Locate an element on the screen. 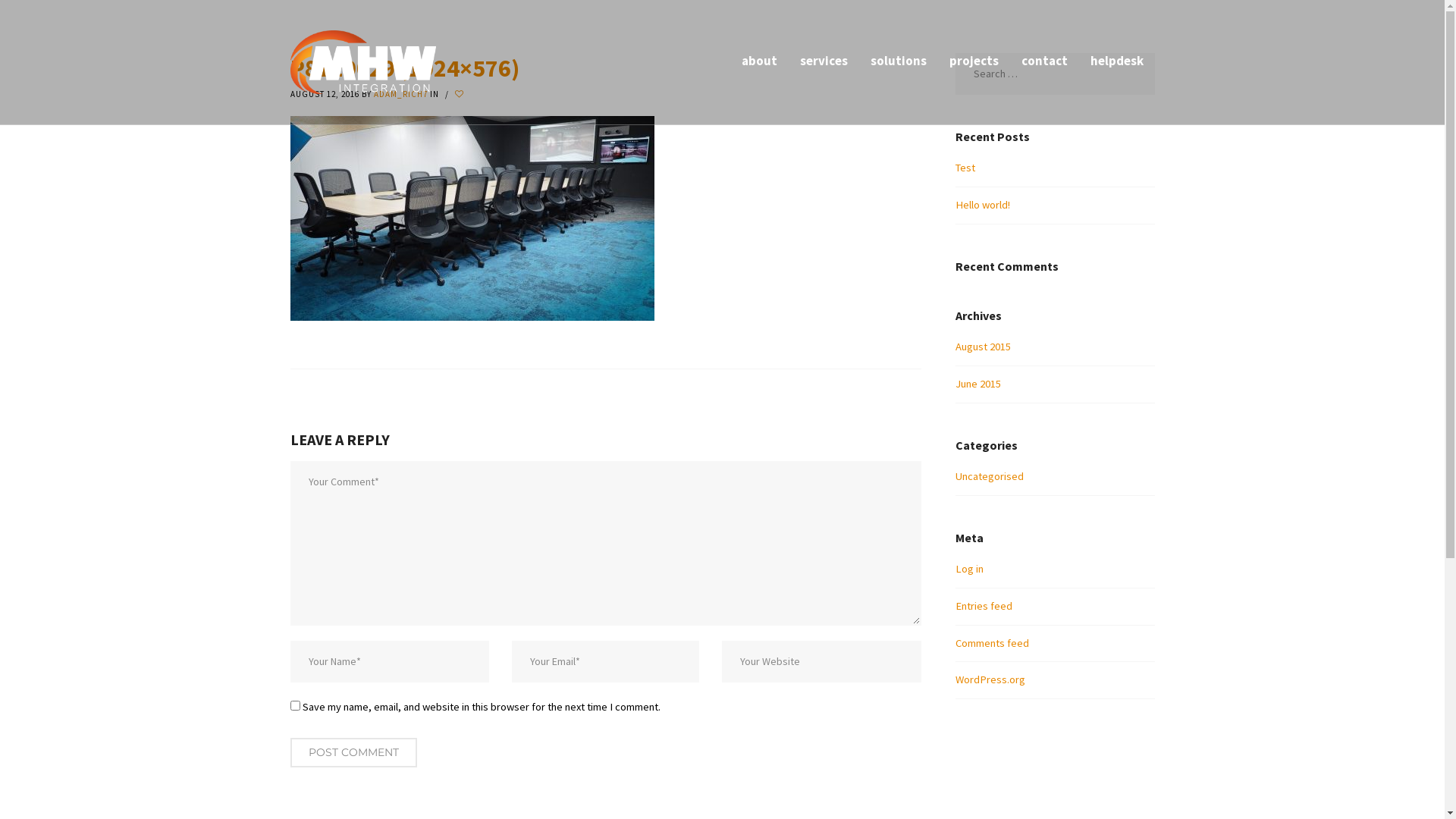  'Entries feed' is located at coordinates (984, 604).